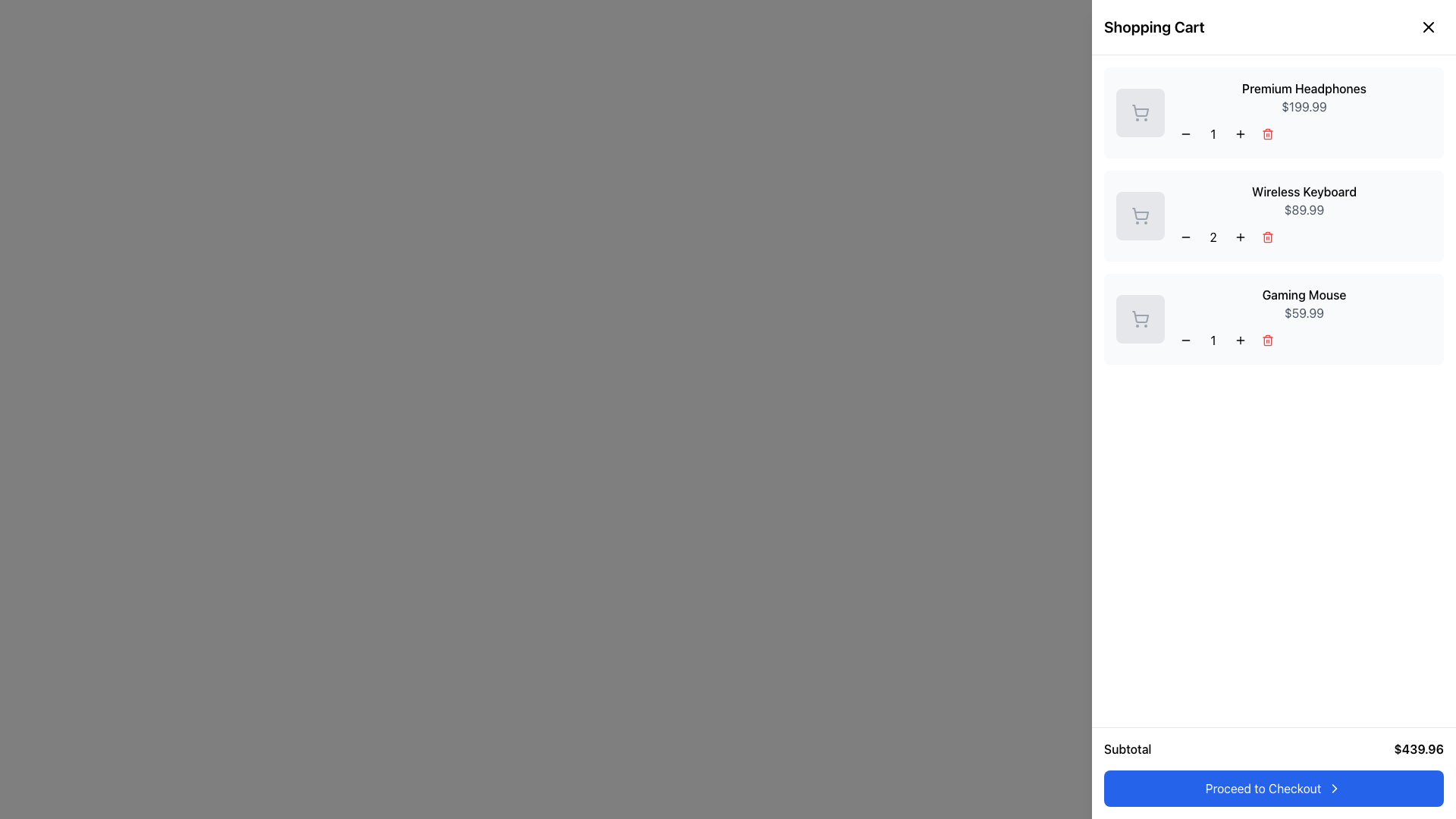  Describe the element at coordinates (1274, 788) in the screenshot. I see `the 'Proceed to Checkout' button with a blue background and rounded corners located at the lower section of the shopping cart panel` at that location.